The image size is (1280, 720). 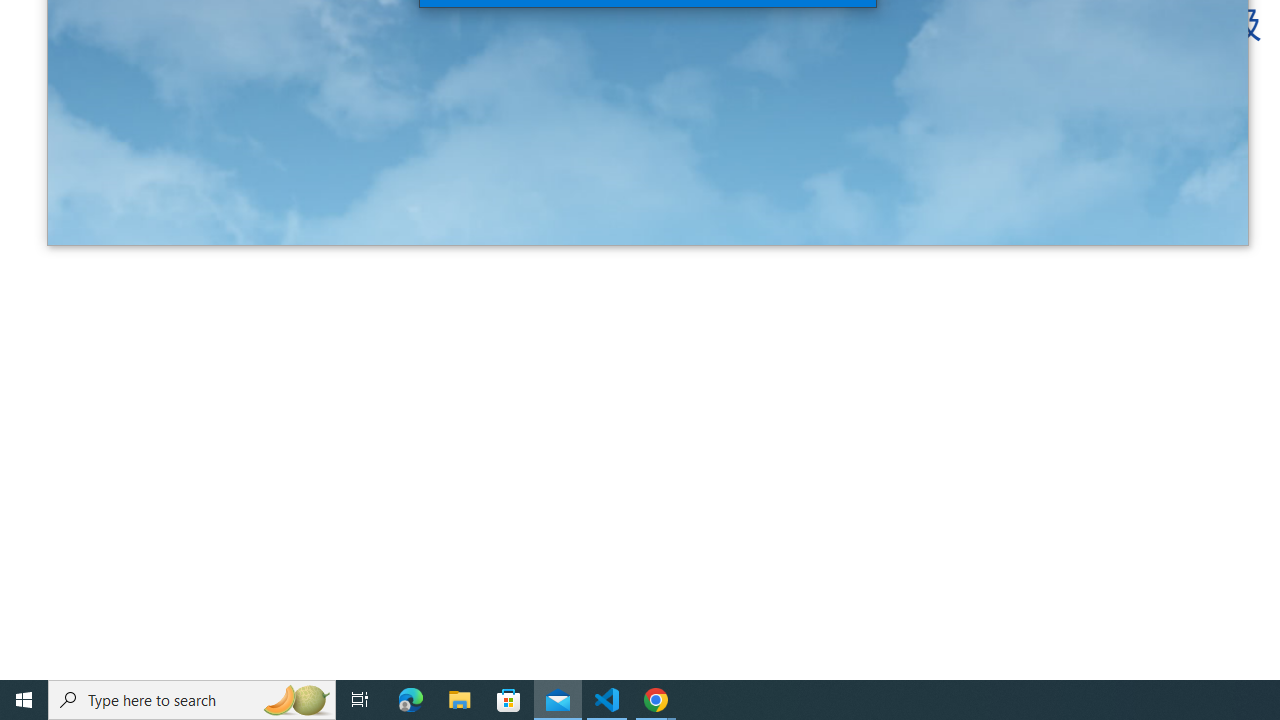 I want to click on 'Microsoft Edge', so click(x=410, y=698).